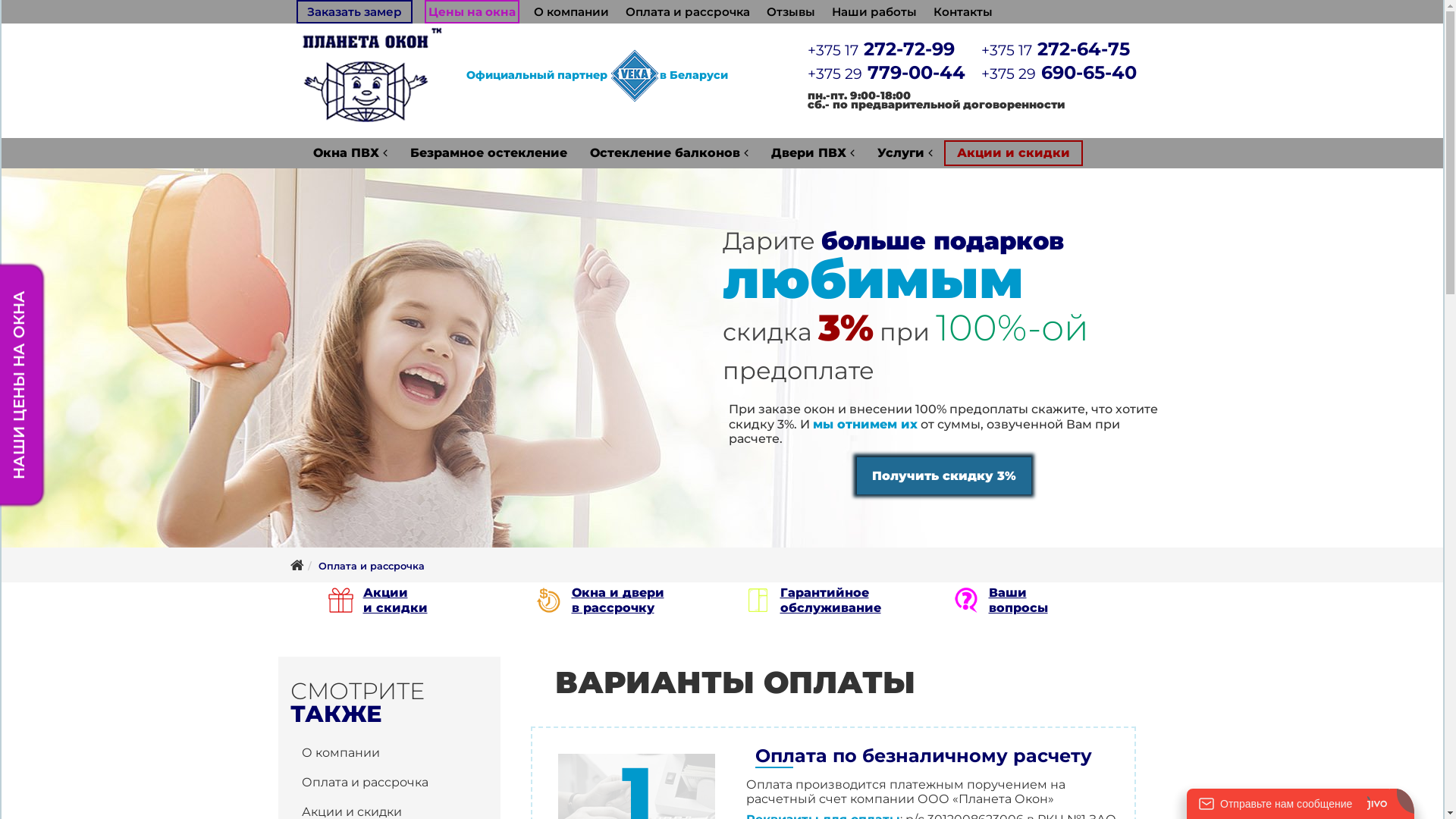 The height and width of the screenshot is (819, 1456). What do you see at coordinates (807, 72) in the screenshot?
I see `'+375 29 779-00-44'` at bounding box center [807, 72].